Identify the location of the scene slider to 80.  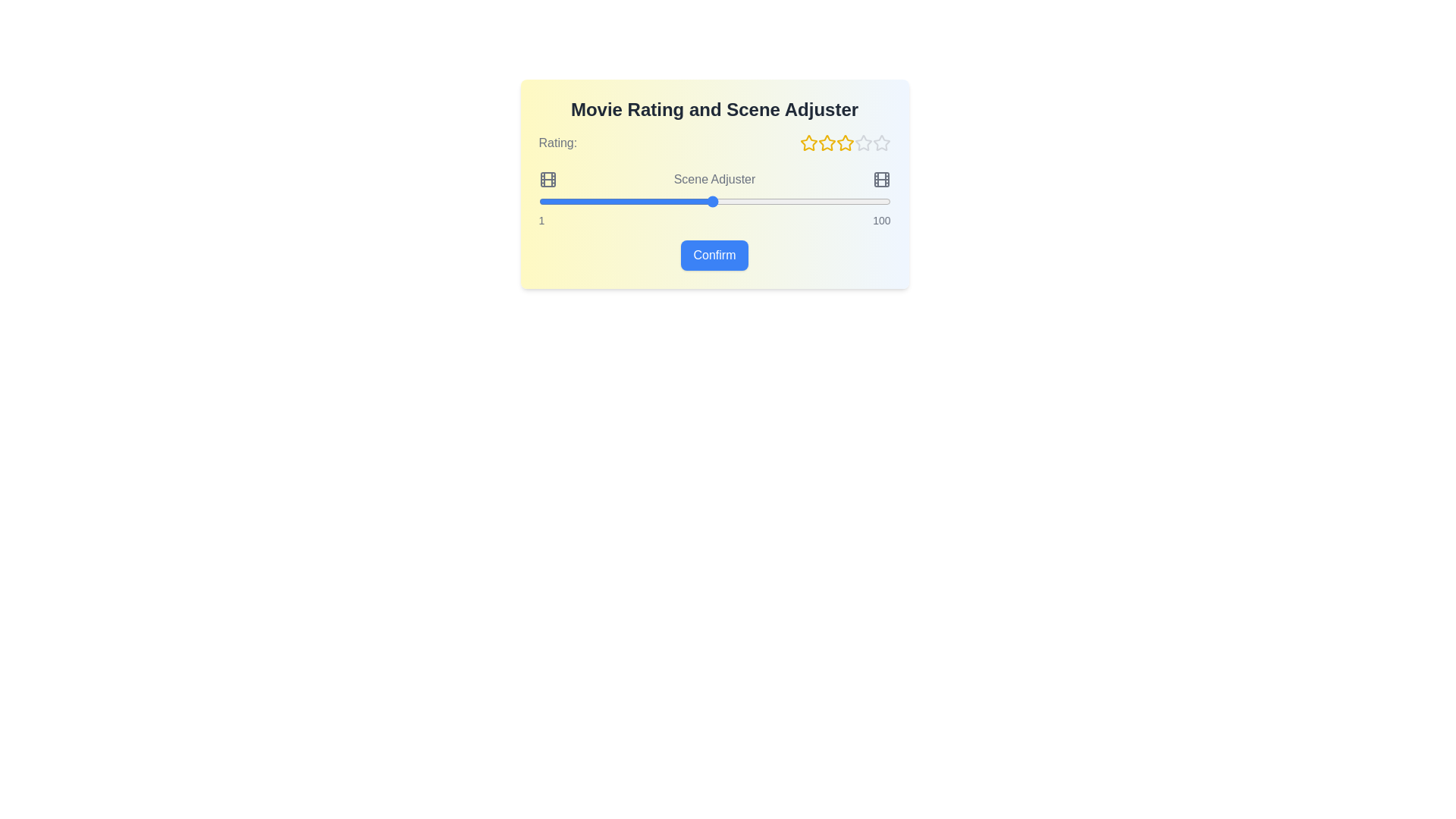
(818, 201).